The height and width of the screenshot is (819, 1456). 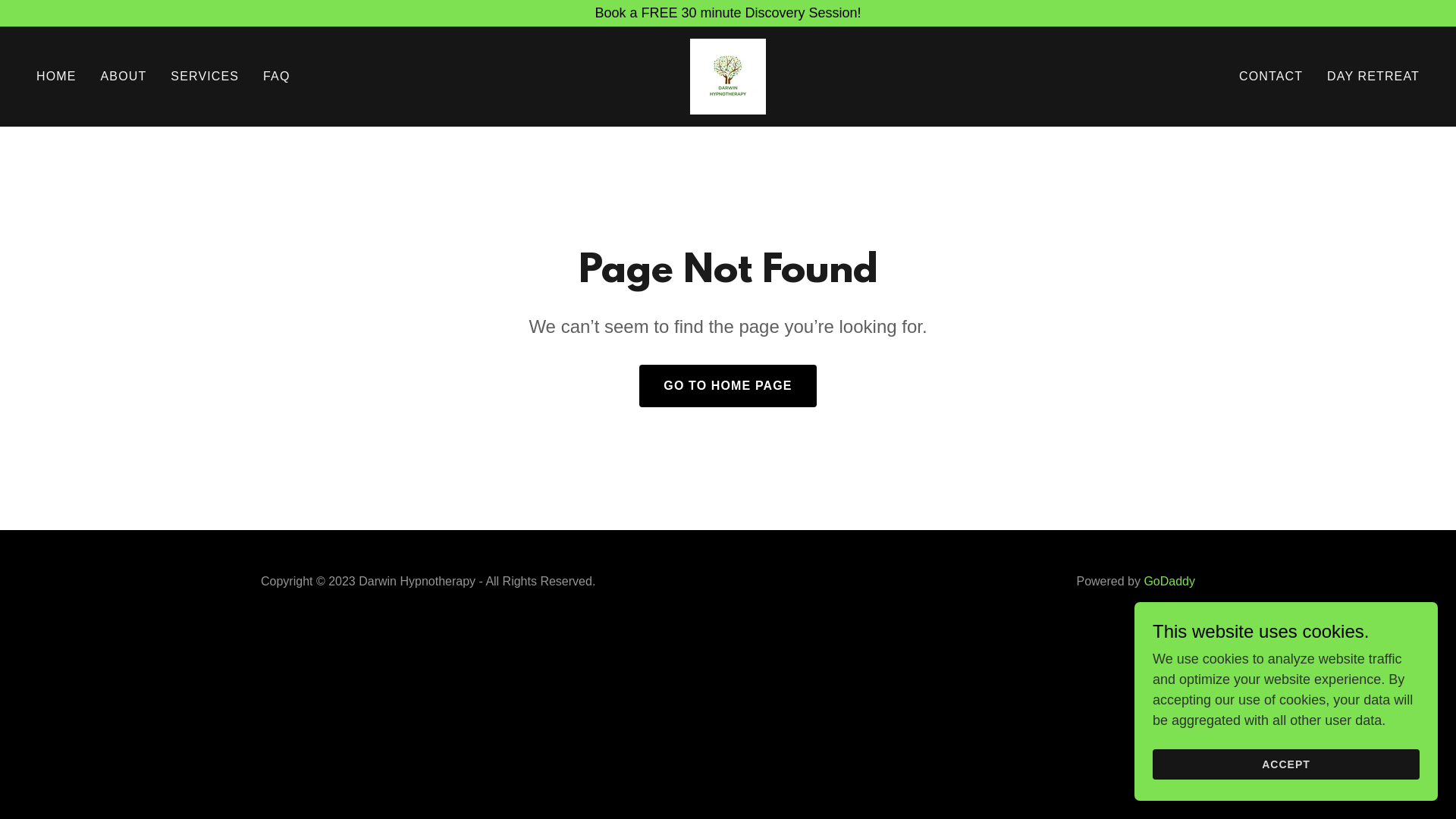 I want to click on 'Darwin Hypnotherapy', so click(x=728, y=76).